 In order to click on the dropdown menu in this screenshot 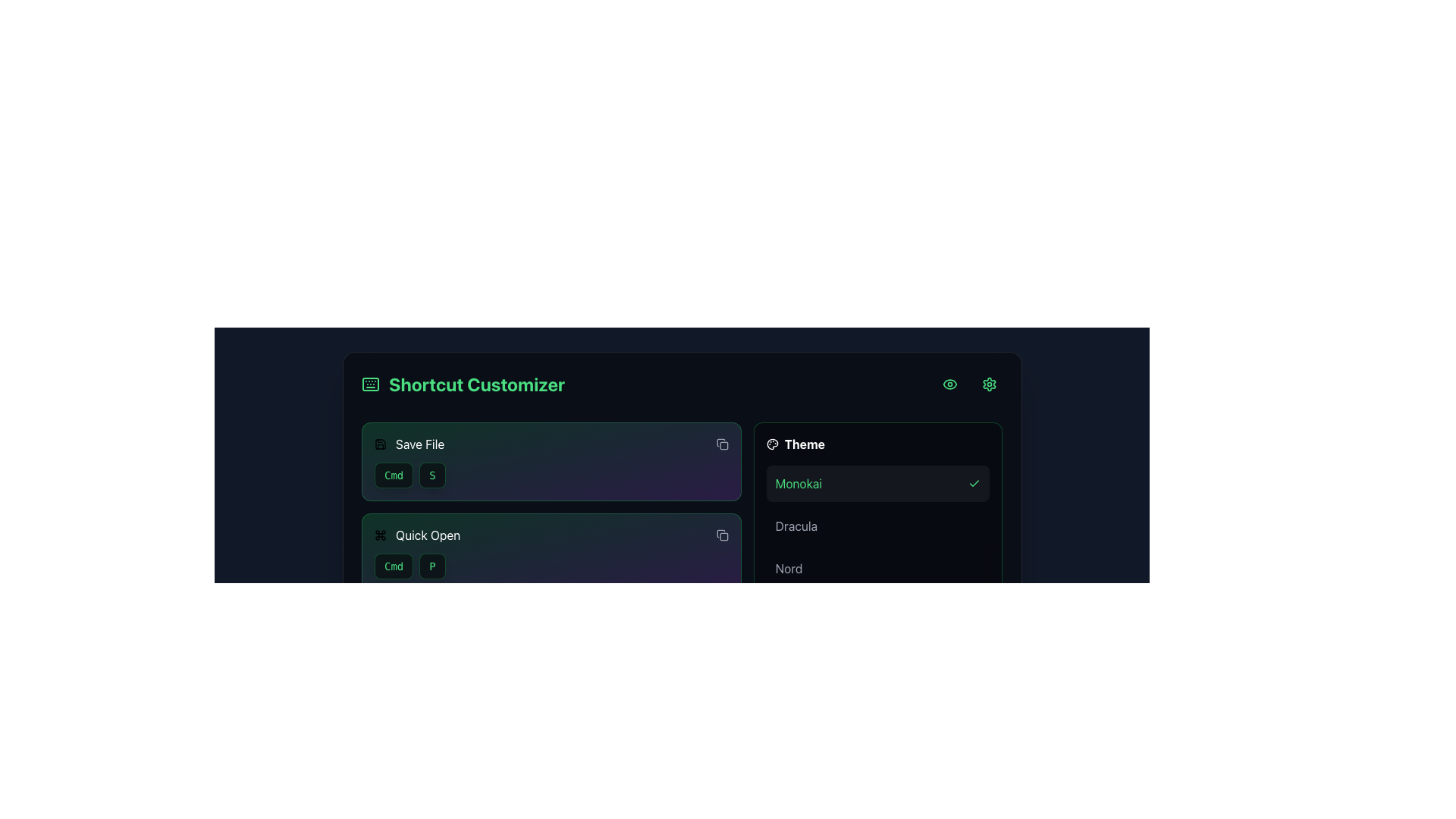, I will do `click(878, 511)`.